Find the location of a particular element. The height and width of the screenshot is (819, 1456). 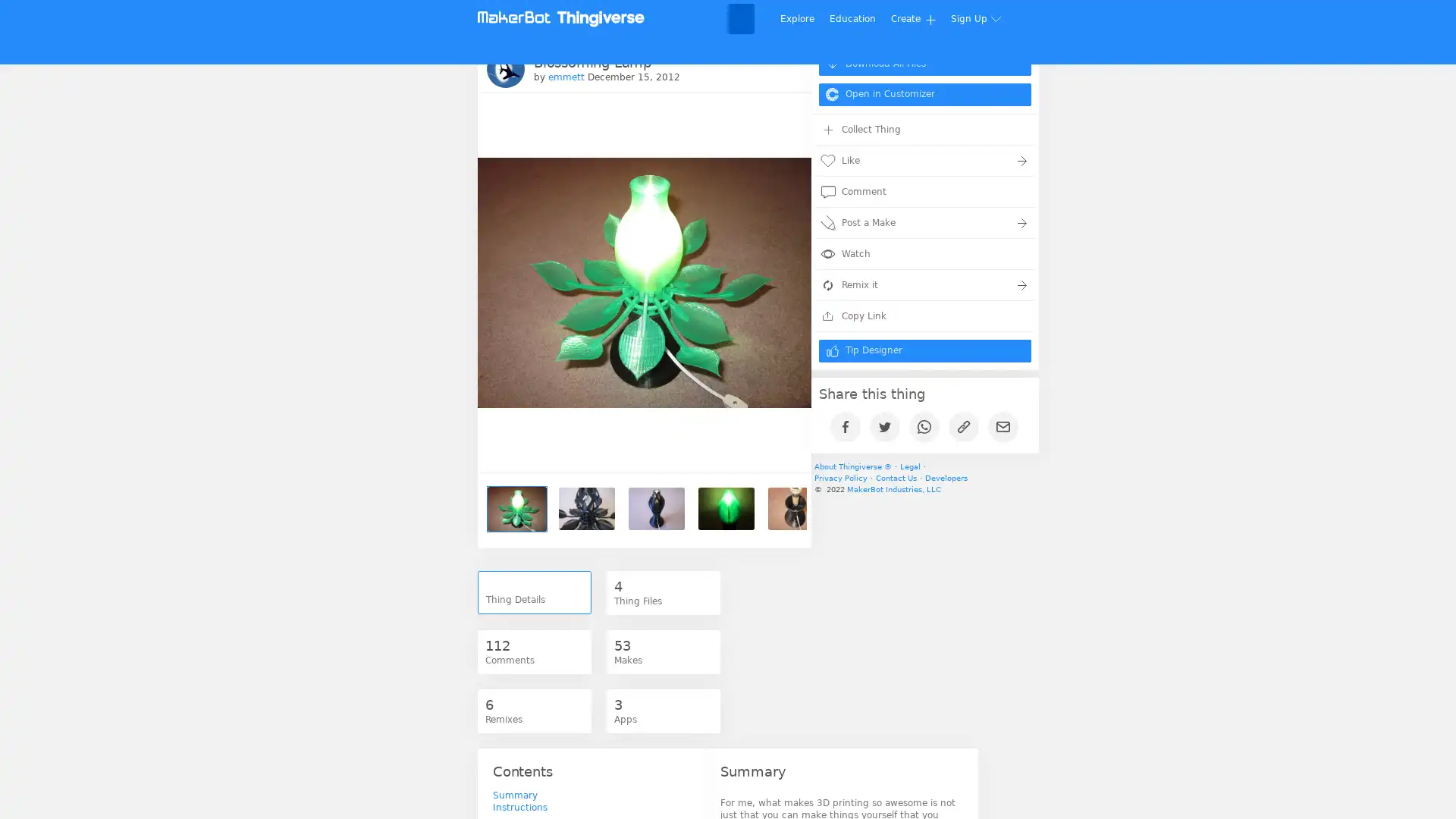

email is located at coordinates (1008, 425).